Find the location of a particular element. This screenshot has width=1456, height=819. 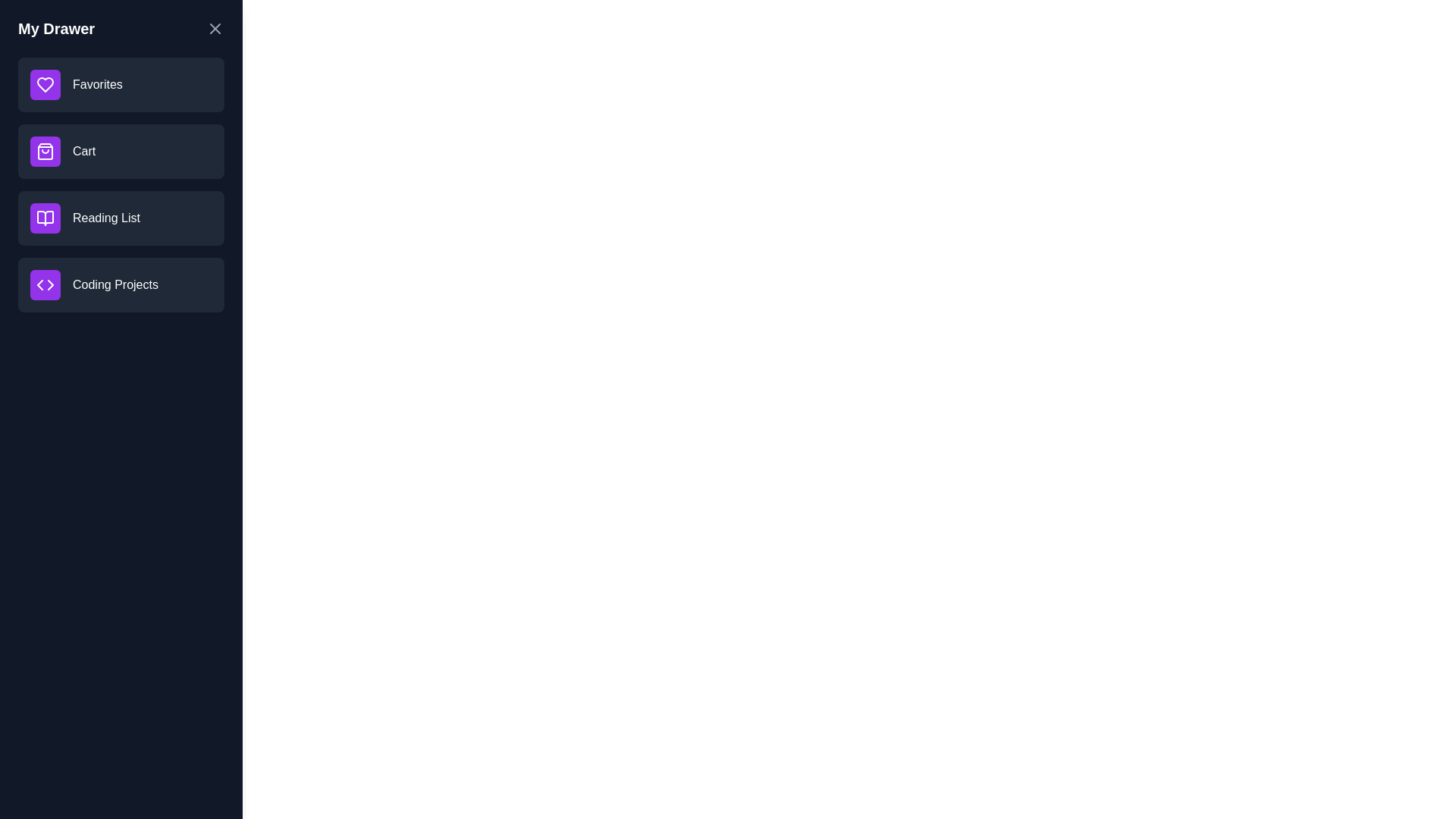

the item Cart to reveal its hover effect is located at coordinates (120, 152).